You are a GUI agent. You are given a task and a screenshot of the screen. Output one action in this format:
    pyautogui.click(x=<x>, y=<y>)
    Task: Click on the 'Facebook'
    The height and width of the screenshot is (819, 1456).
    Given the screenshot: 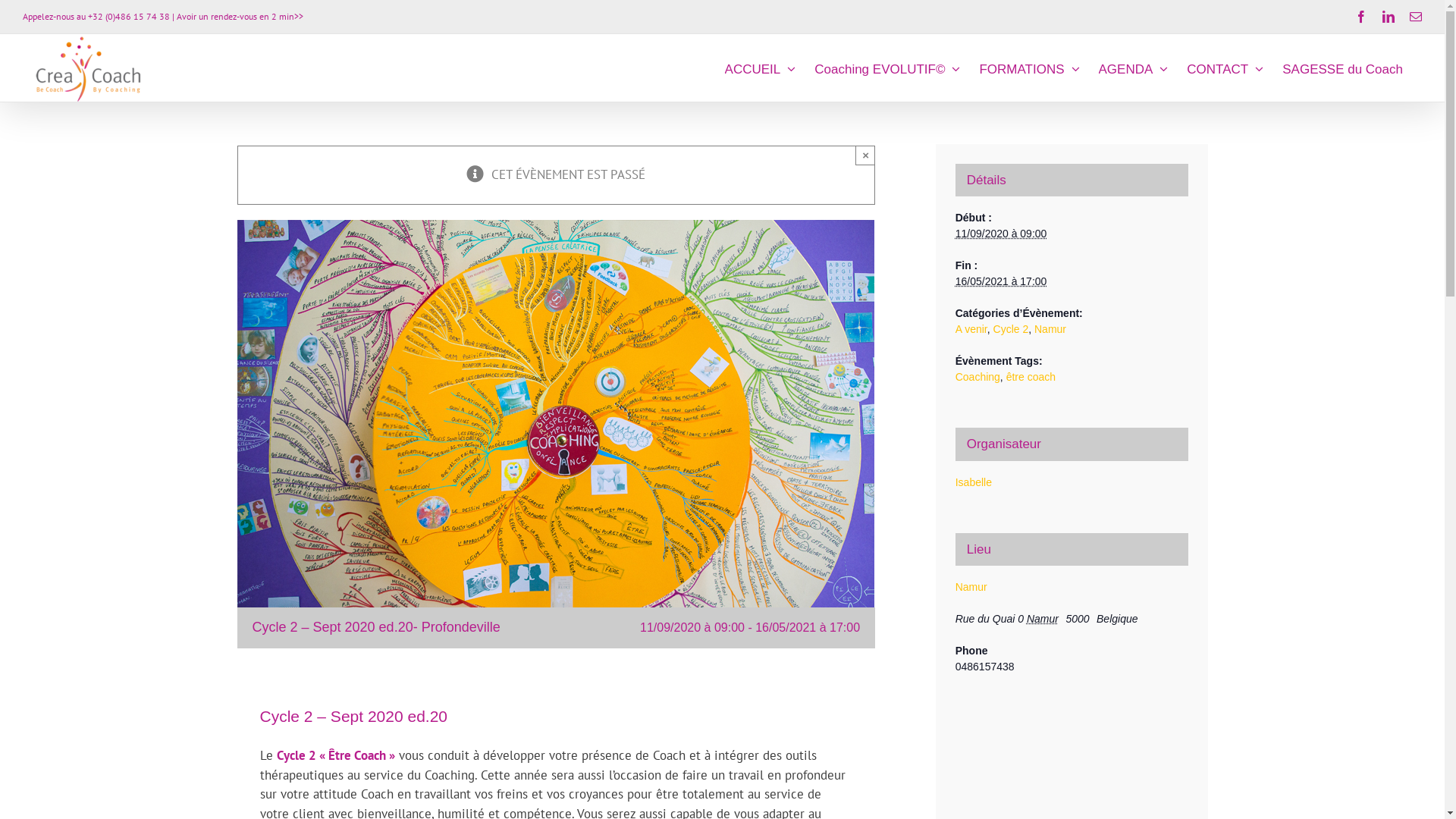 What is the action you would take?
    pyautogui.click(x=1354, y=17)
    